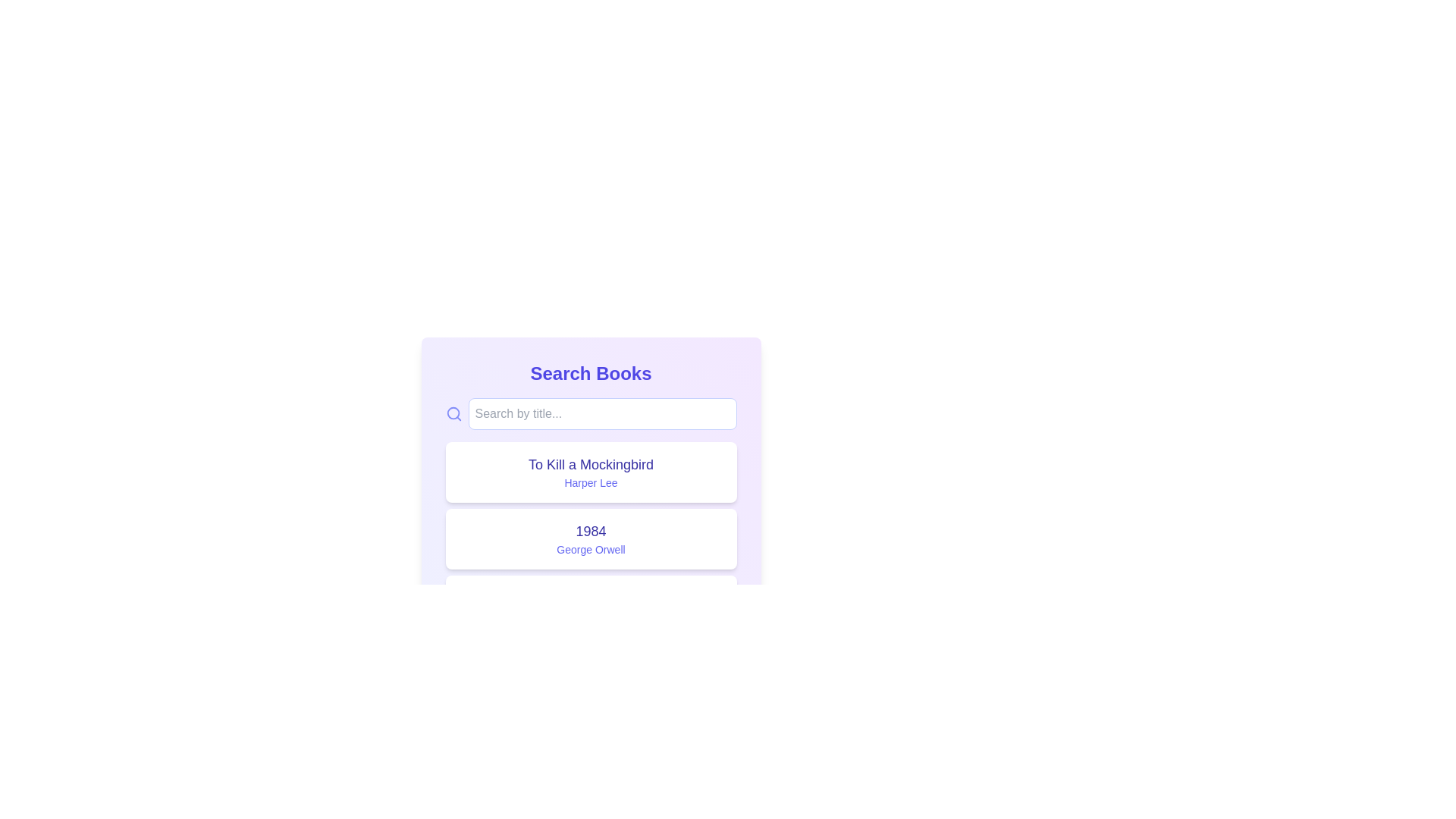 This screenshot has width=1456, height=819. Describe the element at coordinates (453, 414) in the screenshot. I see `the search icon located in the upper-left section of the 'Search Books' interface` at that location.